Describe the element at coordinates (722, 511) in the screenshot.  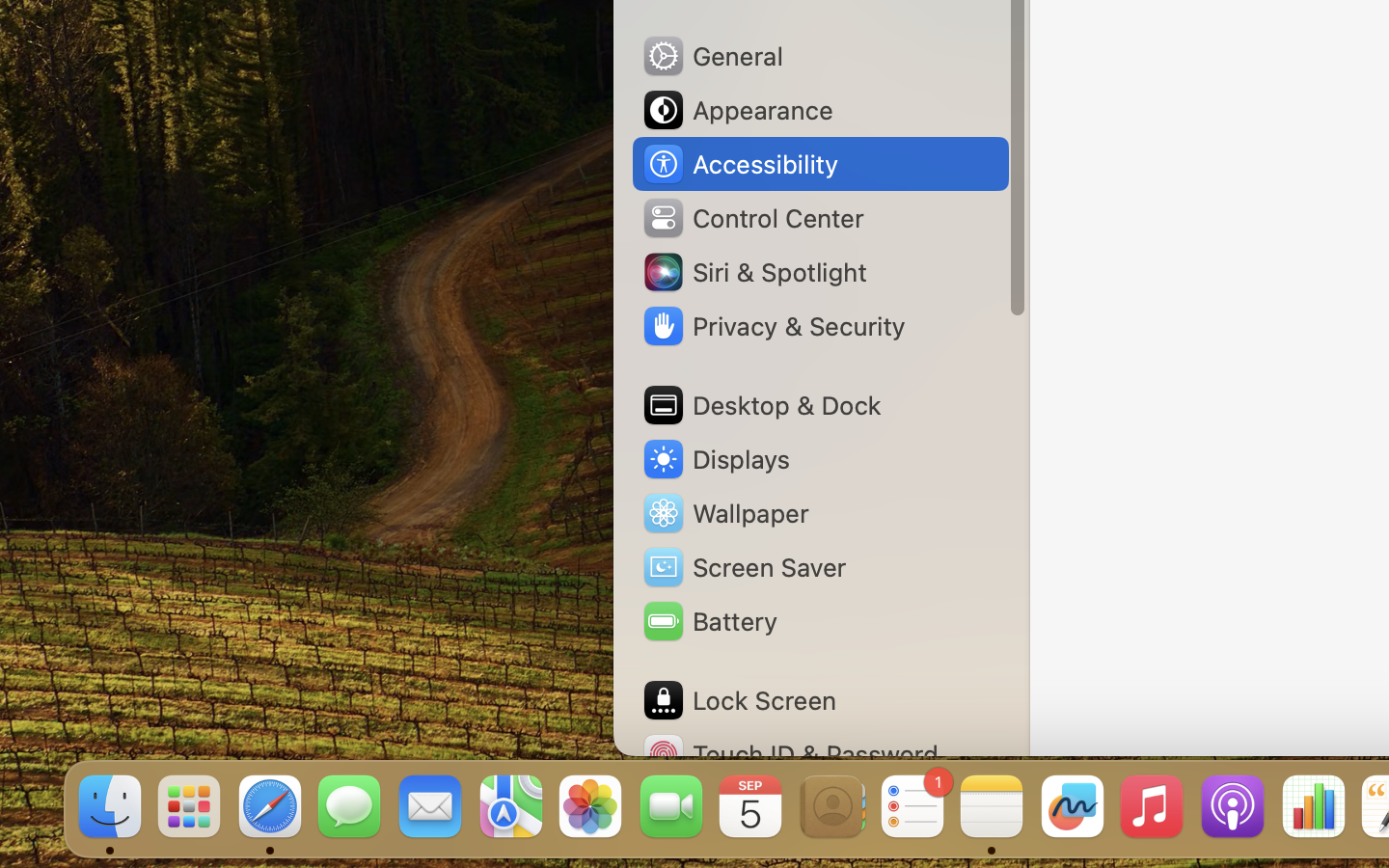
I see `'Wallpaper'` at that location.